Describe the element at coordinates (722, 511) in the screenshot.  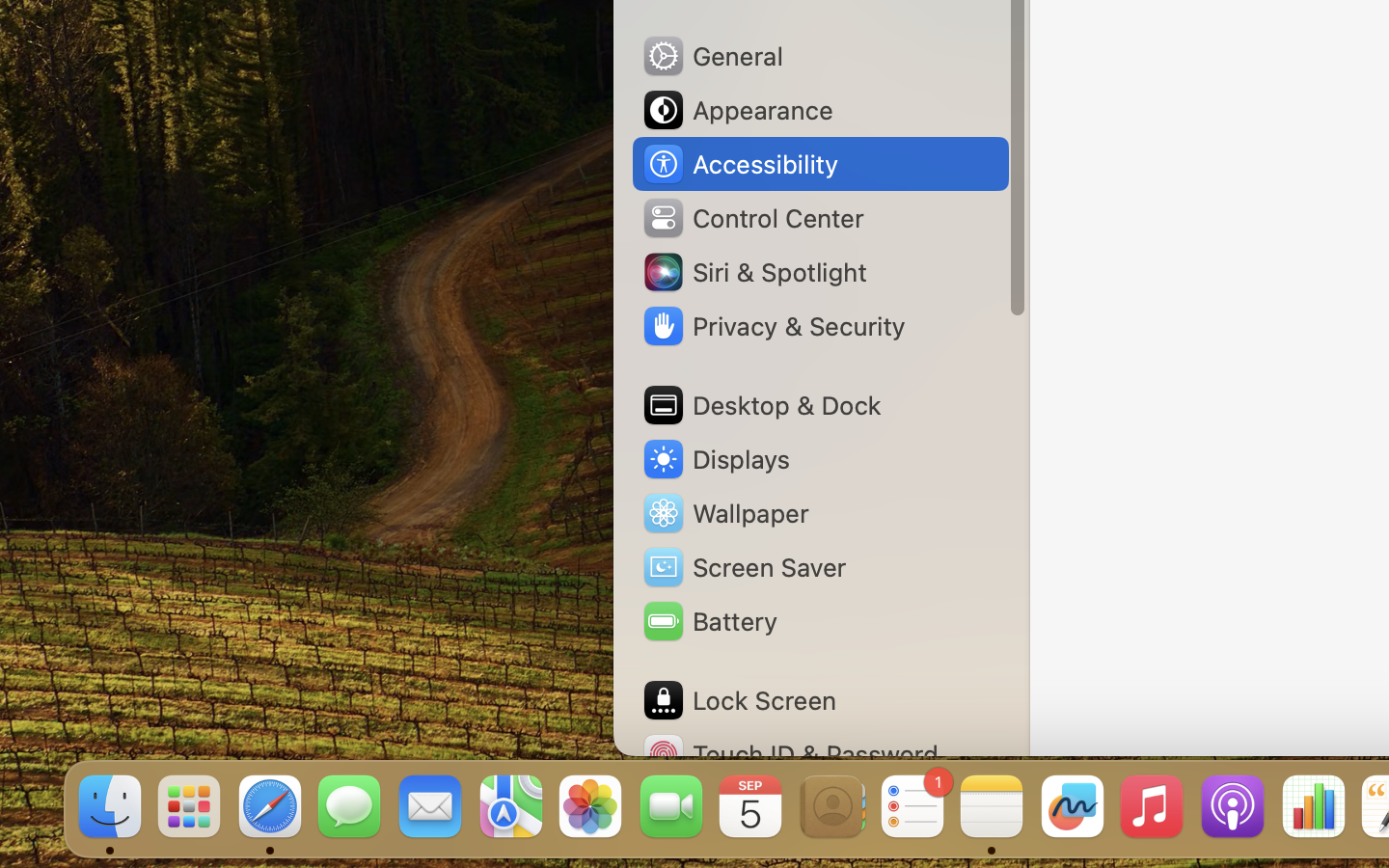
I see `'Wallpaper'` at that location.